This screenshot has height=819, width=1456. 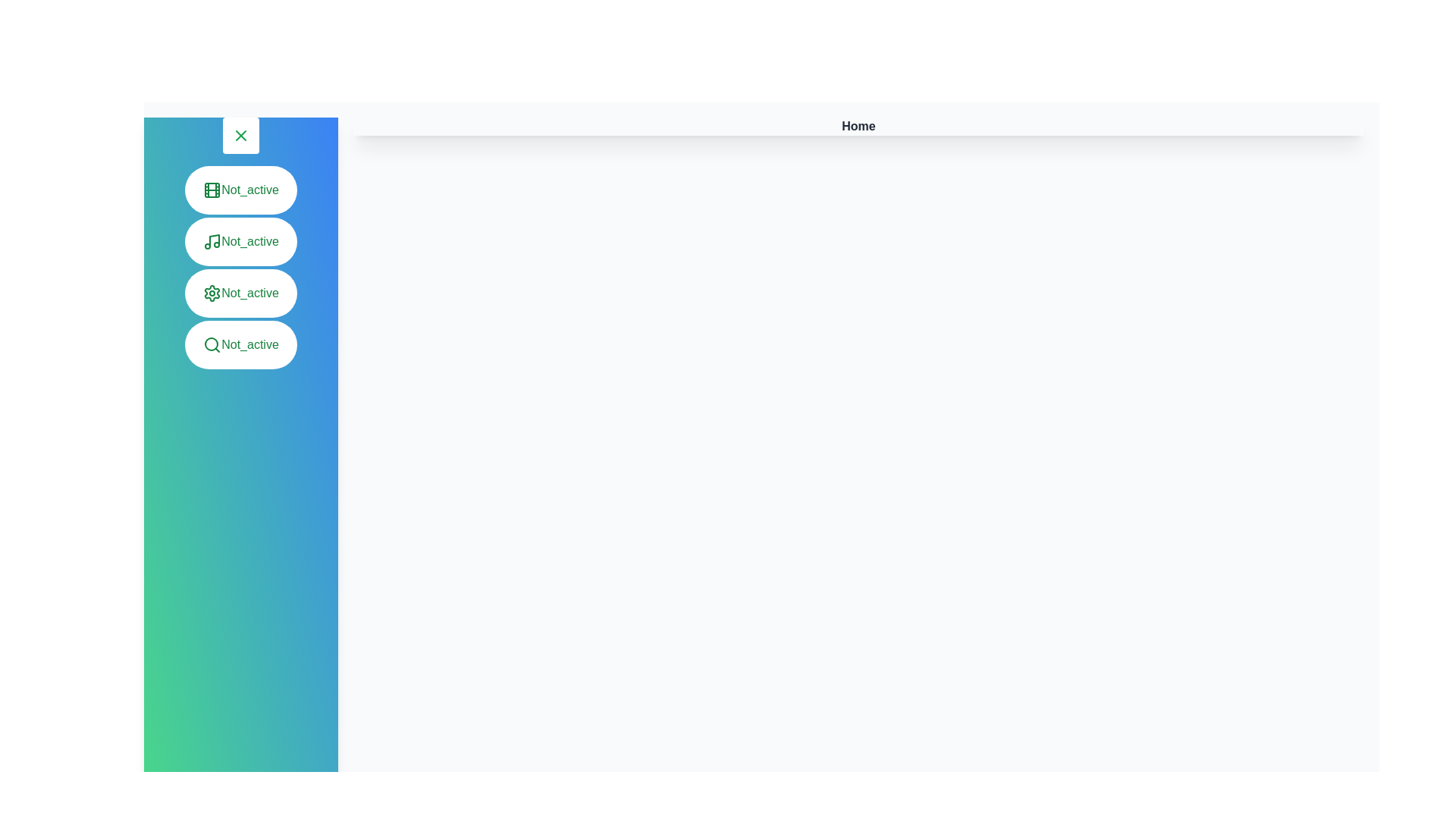 What do you see at coordinates (240, 293) in the screenshot?
I see `the menu item to activate the Settings panel` at bounding box center [240, 293].